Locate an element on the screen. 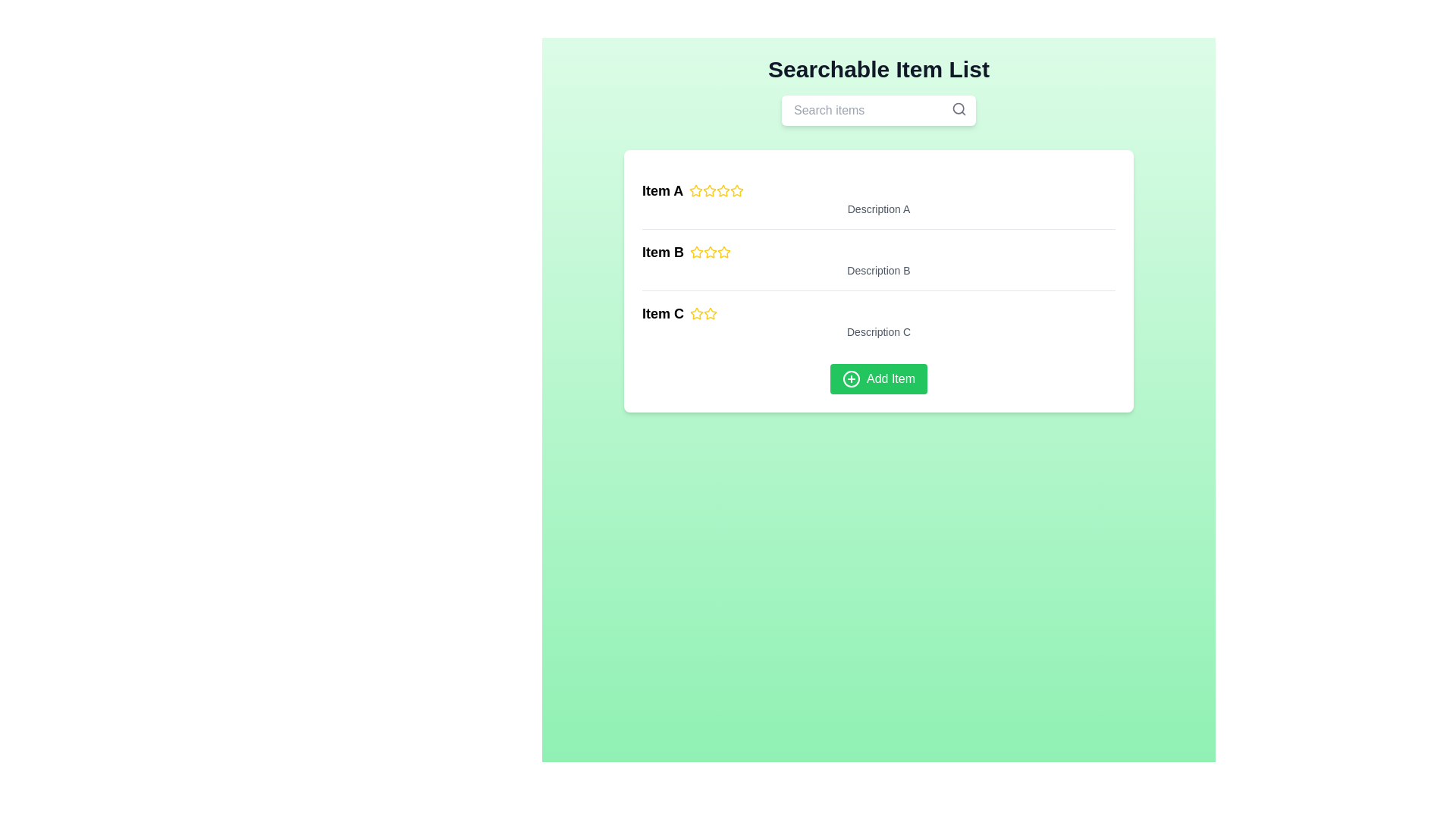  the static text label displaying 'Description C', which is styled in a small gray font and positioned below 'Item C' and the rating stars is located at coordinates (878, 331).